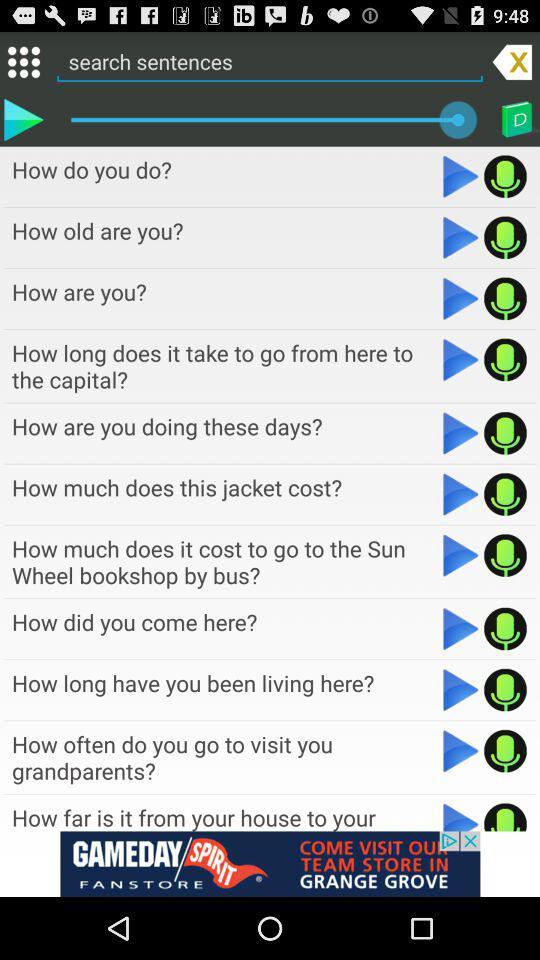  I want to click on microphone, so click(504, 816).